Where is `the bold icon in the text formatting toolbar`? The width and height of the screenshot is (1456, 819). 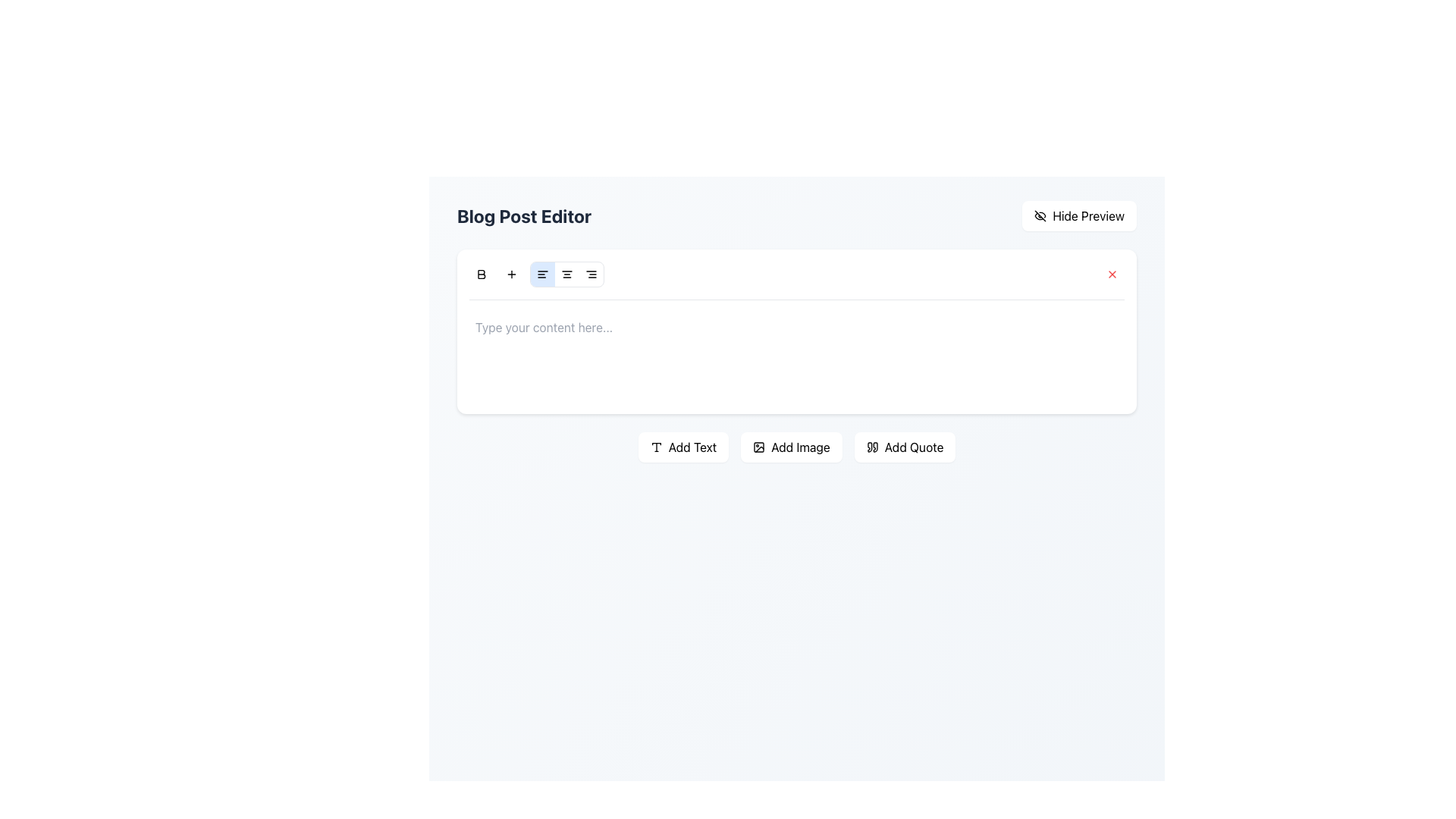
the bold icon in the text formatting toolbar is located at coordinates (481, 275).